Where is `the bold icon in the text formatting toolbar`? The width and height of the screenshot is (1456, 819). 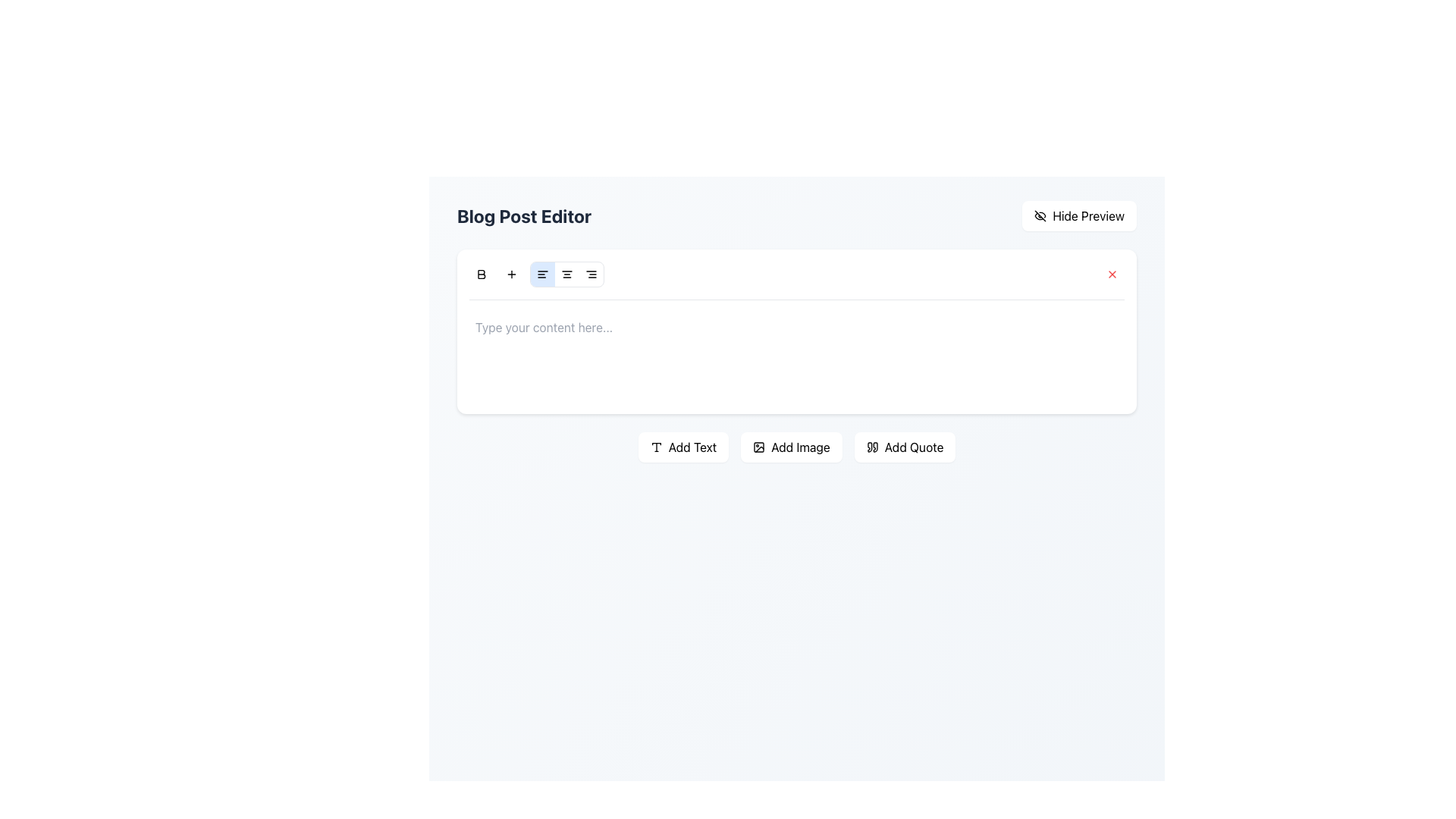
the bold icon in the text formatting toolbar is located at coordinates (481, 275).